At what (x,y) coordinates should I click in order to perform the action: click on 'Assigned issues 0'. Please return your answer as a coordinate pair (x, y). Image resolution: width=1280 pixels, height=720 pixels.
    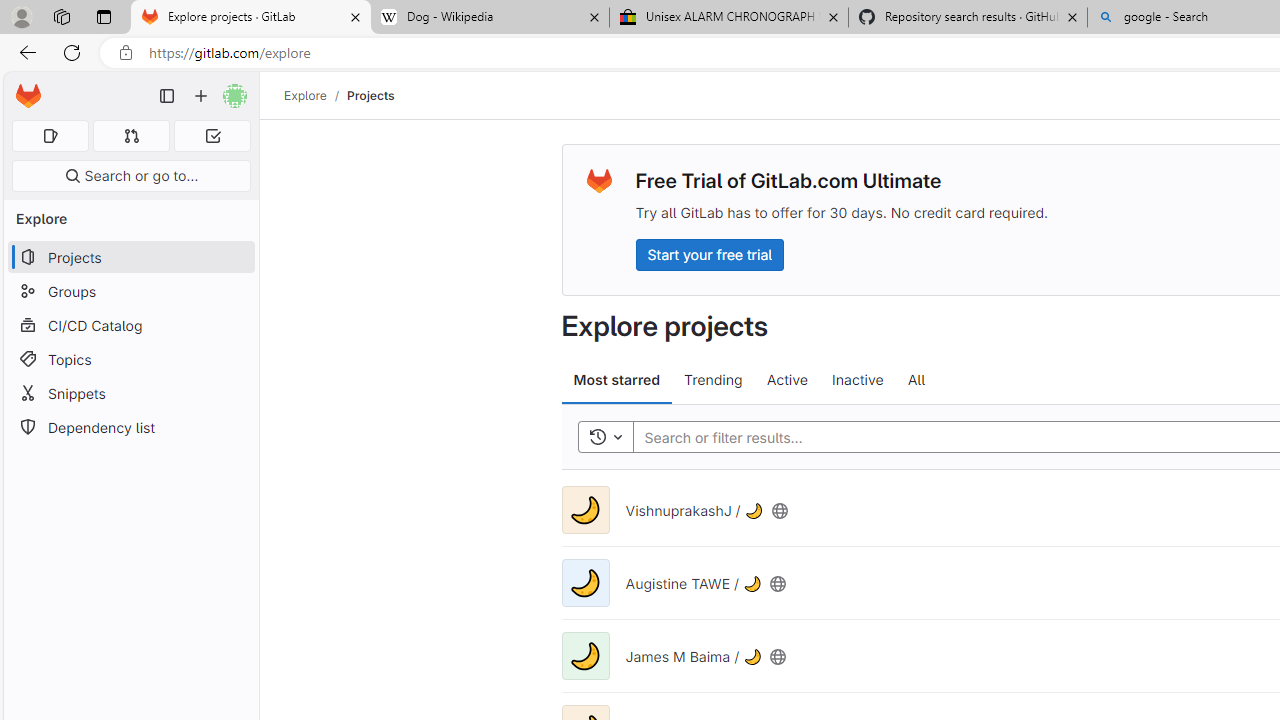
    Looking at the image, I should click on (50, 135).